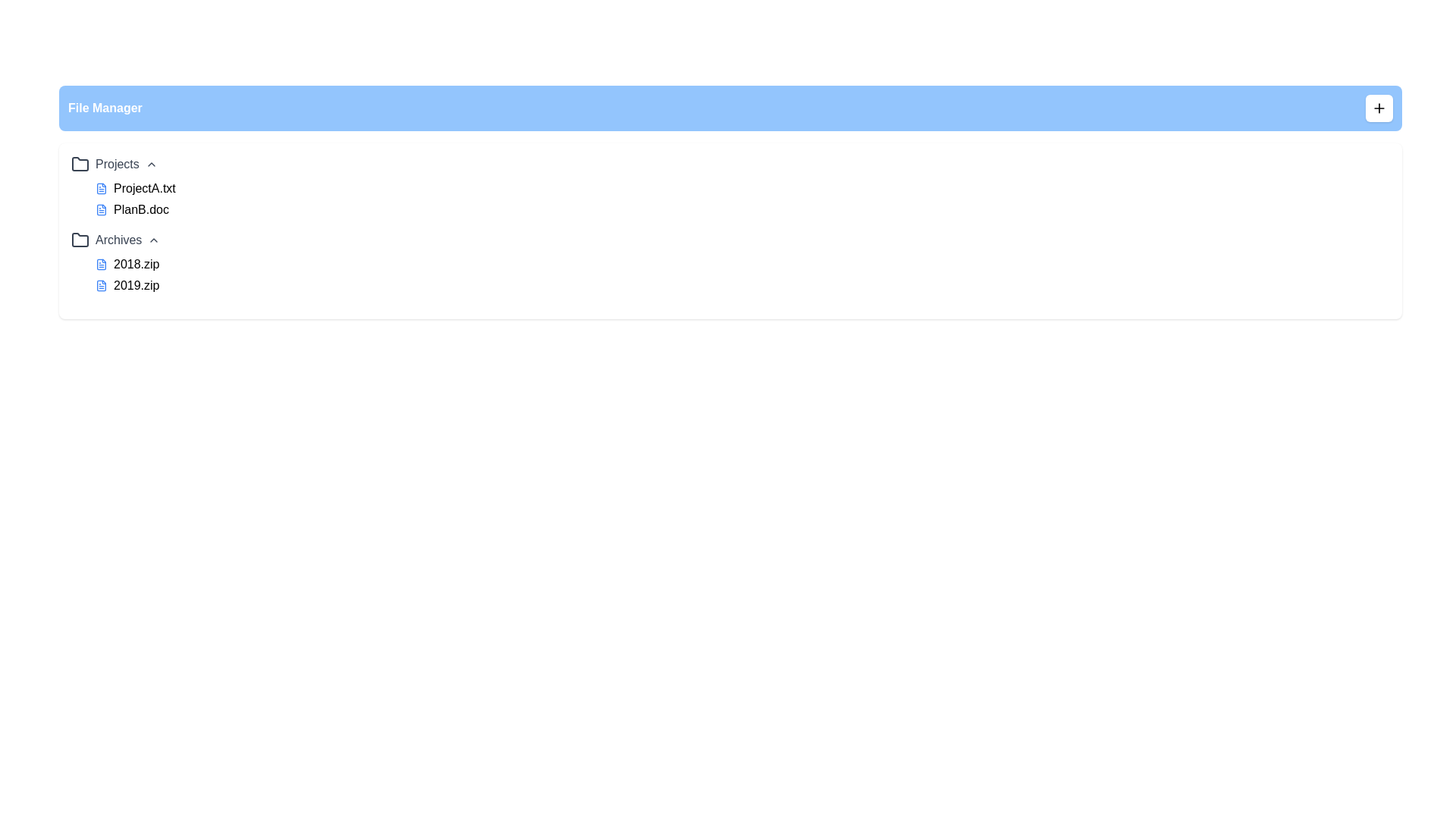 Image resolution: width=1456 pixels, height=819 pixels. What do you see at coordinates (151, 164) in the screenshot?
I see `the dropdown toggle icon/button located to the right of the 'Projects' label` at bounding box center [151, 164].